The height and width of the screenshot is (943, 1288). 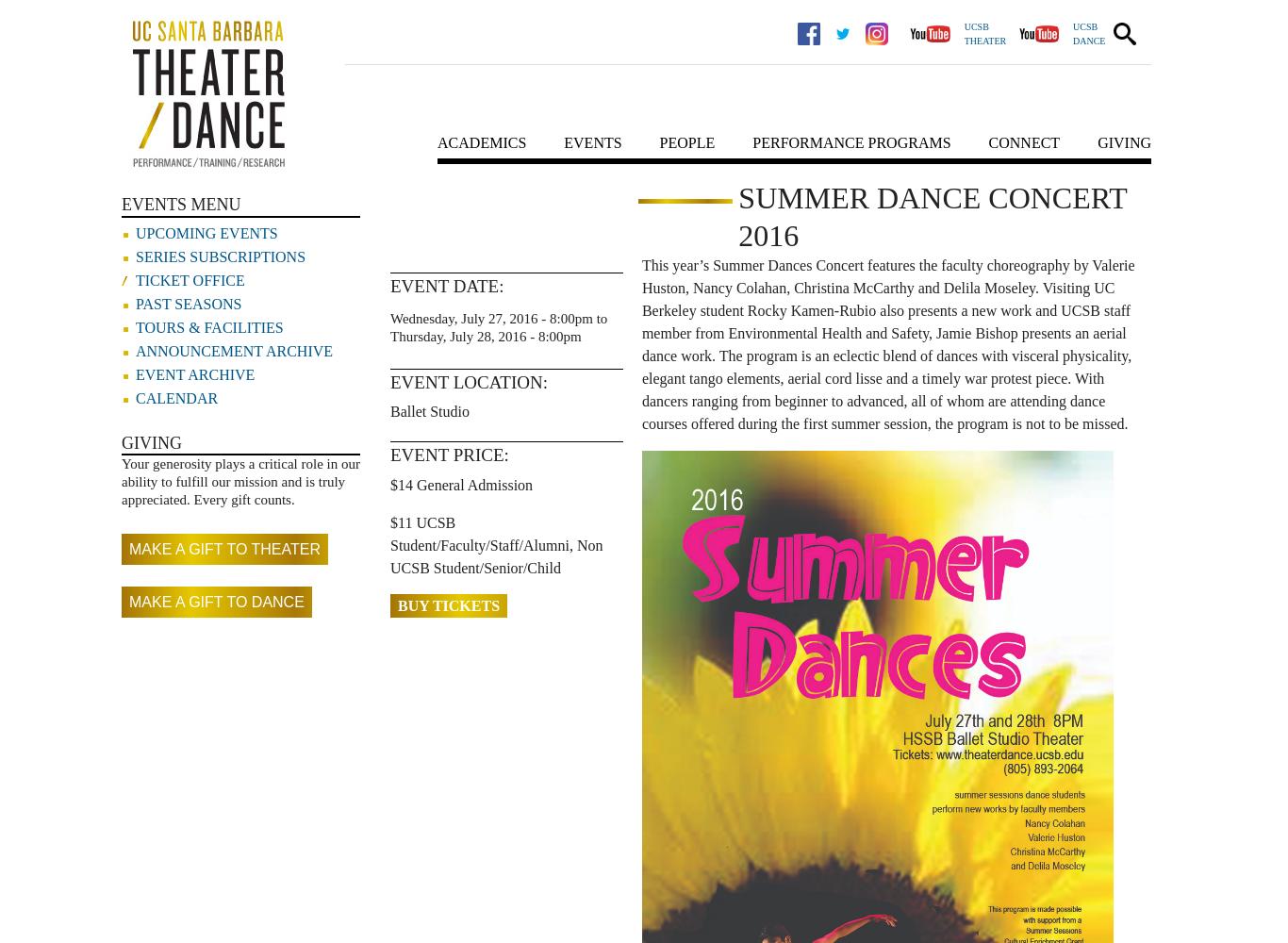 What do you see at coordinates (850, 142) in the screenshot?
I see `'Performance Programs'` at bounding box center [850, 142].